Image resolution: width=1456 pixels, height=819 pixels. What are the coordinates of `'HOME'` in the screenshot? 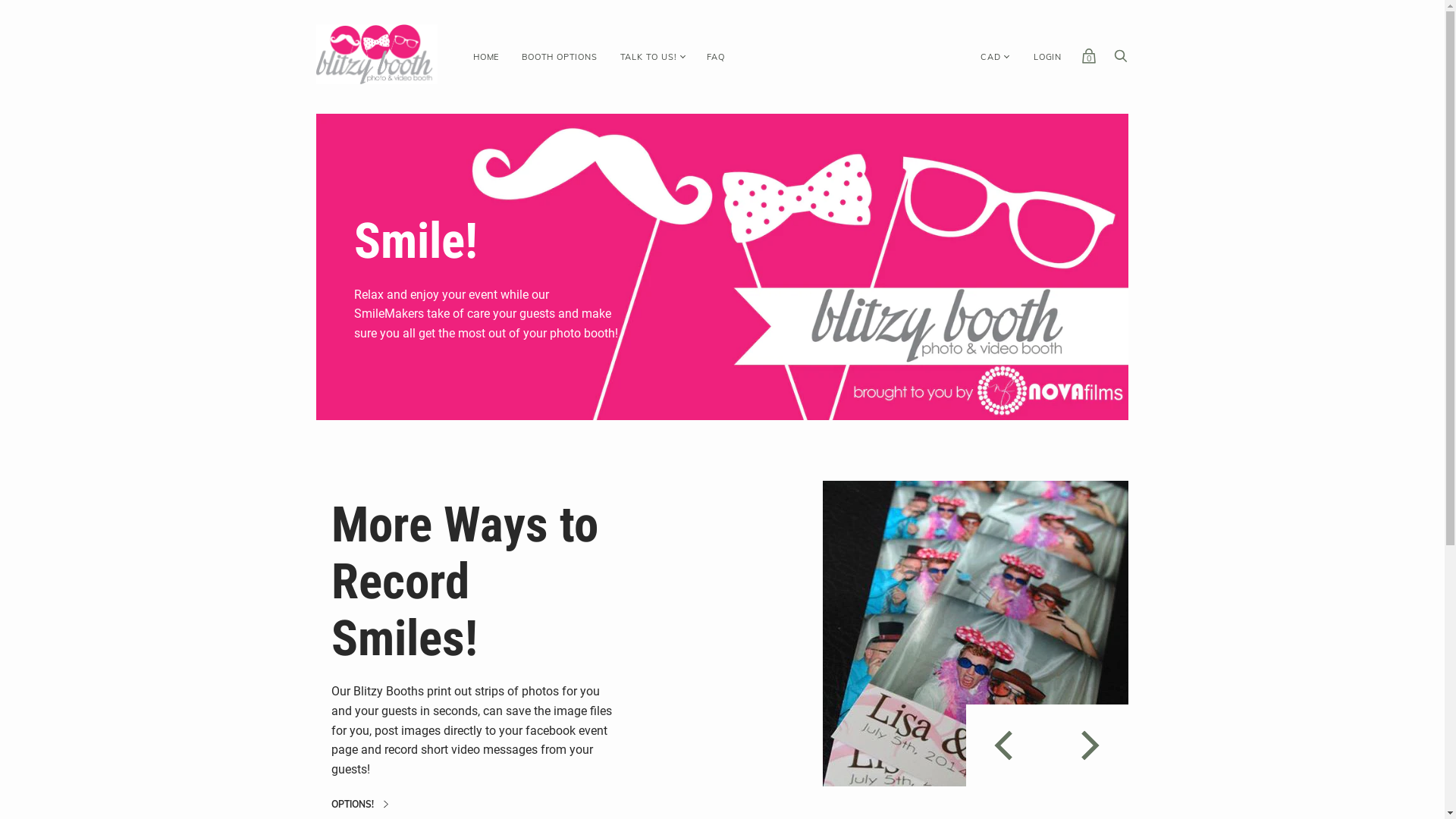 It's located at (461, 56).